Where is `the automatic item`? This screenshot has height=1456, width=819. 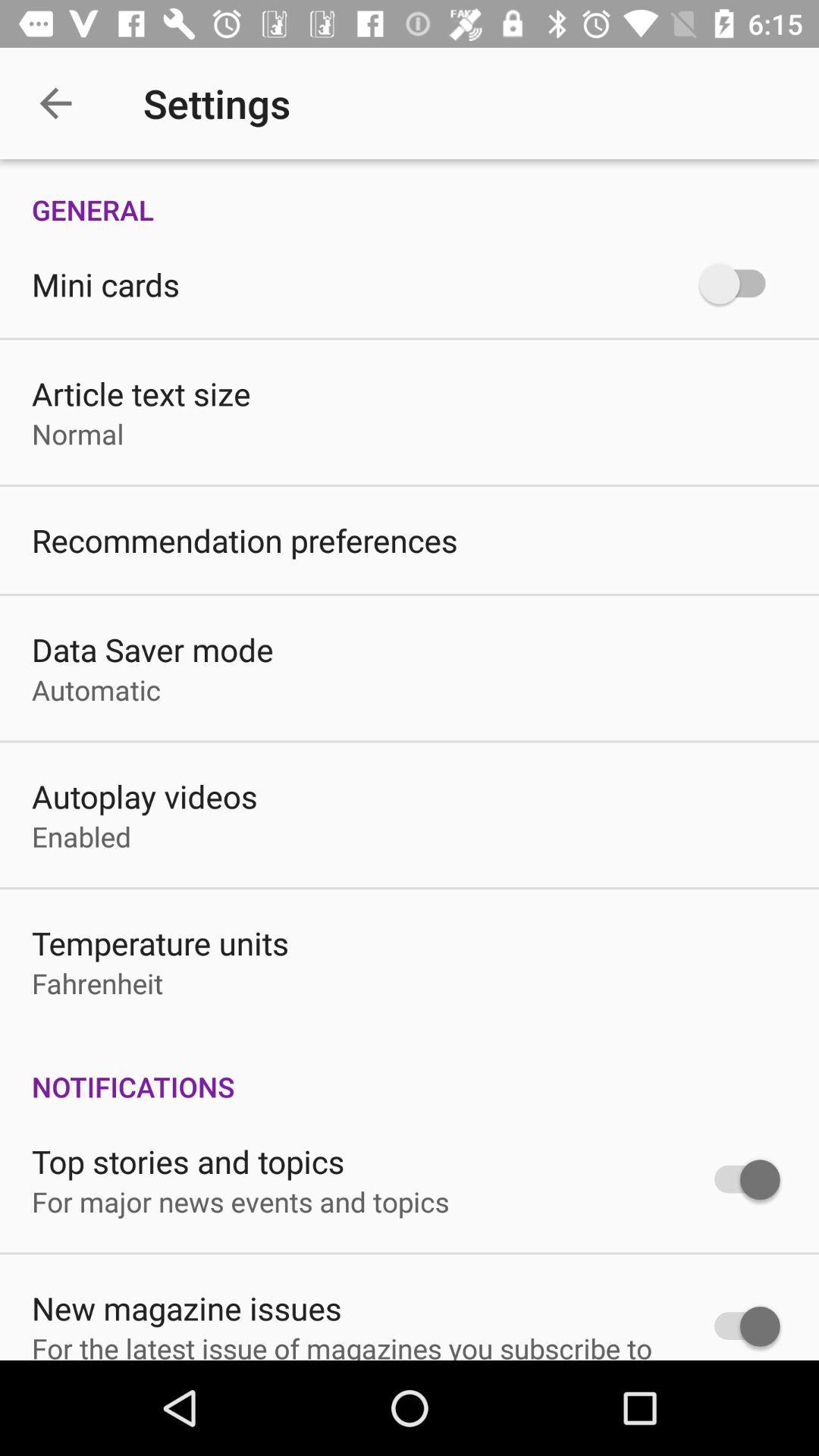
the automatic item is located at coordinates (96, 689).